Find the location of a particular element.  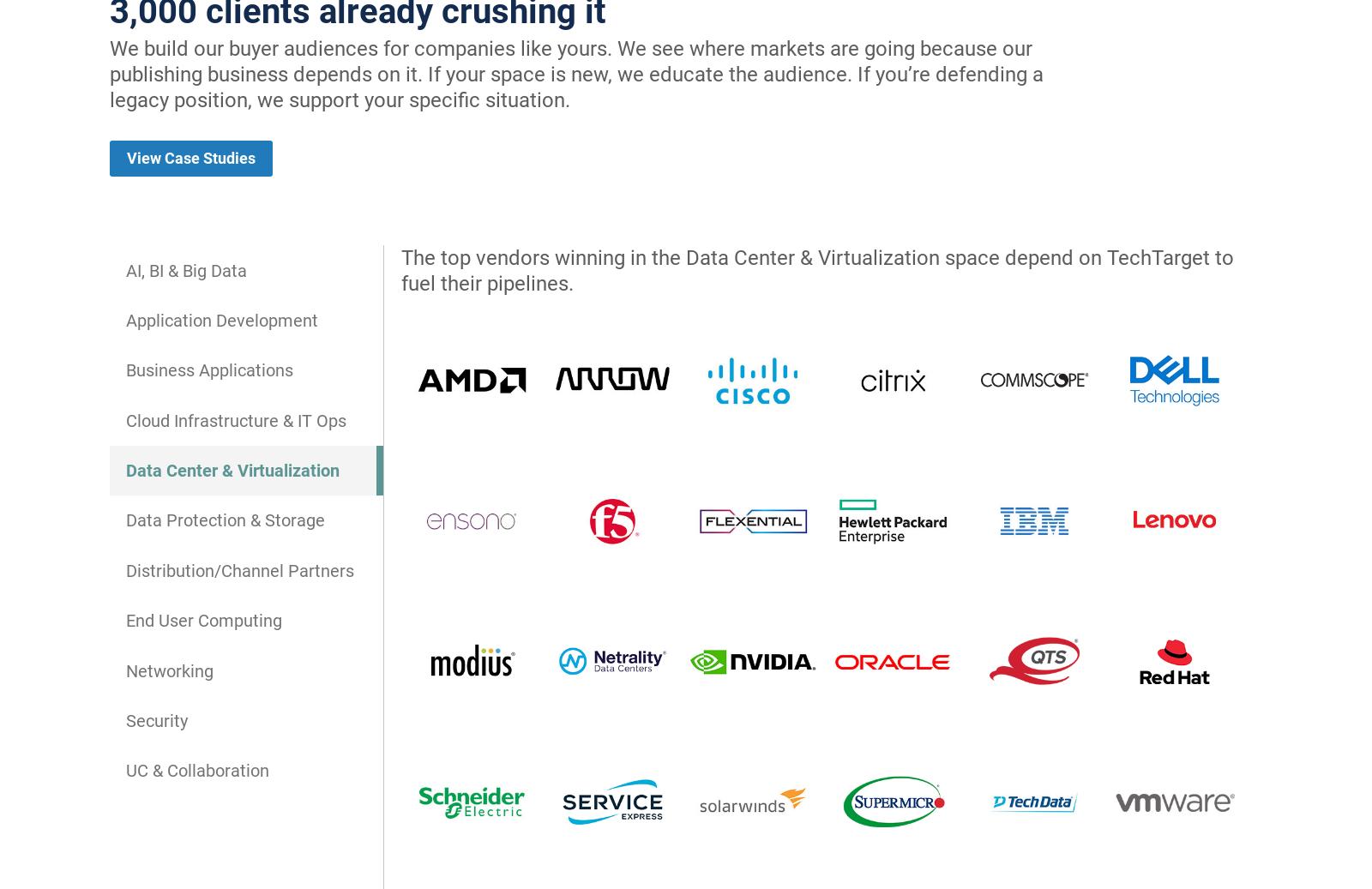

'Networking' is located at coordinates (168, 670).